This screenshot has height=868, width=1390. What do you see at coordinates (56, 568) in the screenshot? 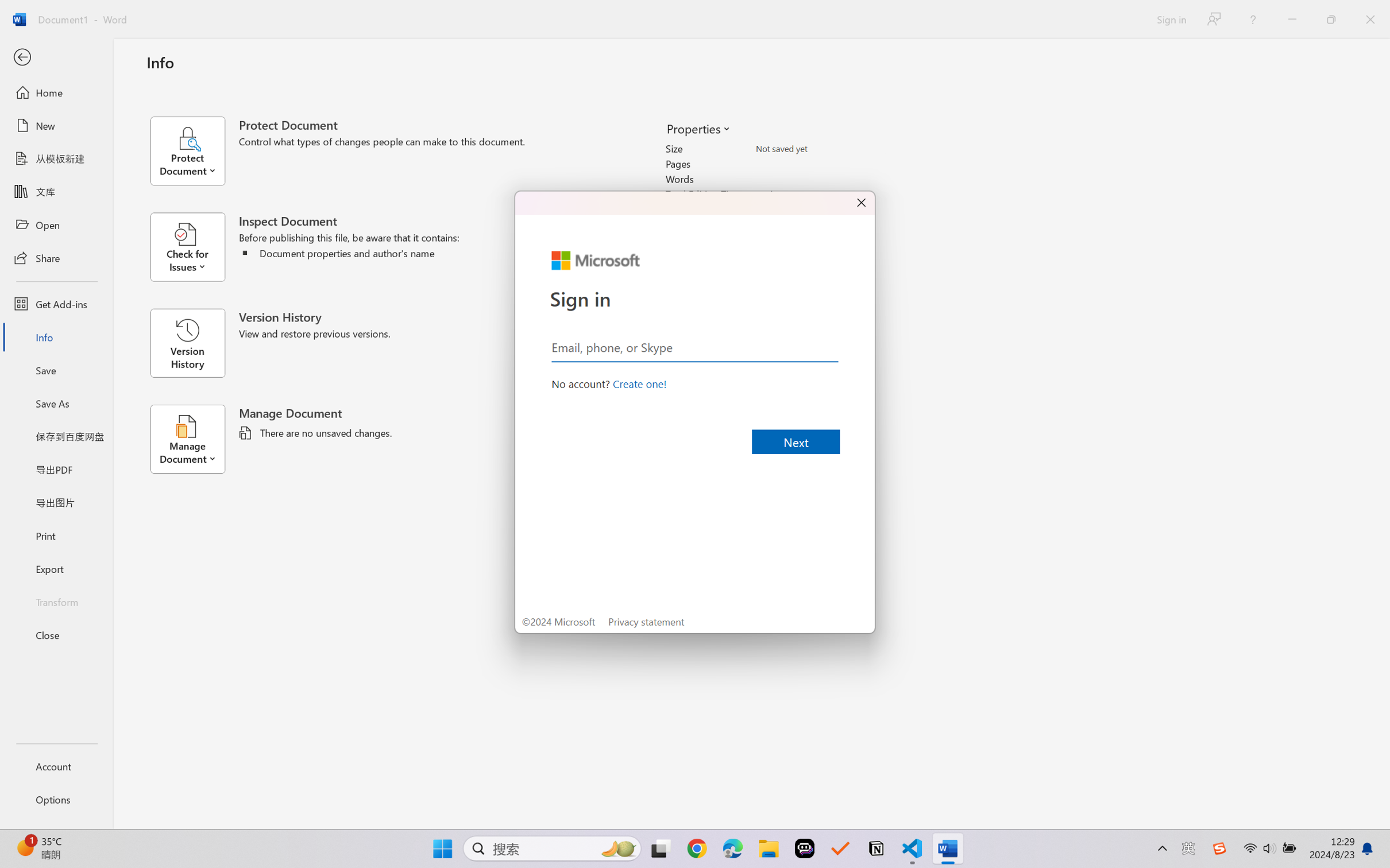
I see `'Export'` at bounding box center [56, 568].